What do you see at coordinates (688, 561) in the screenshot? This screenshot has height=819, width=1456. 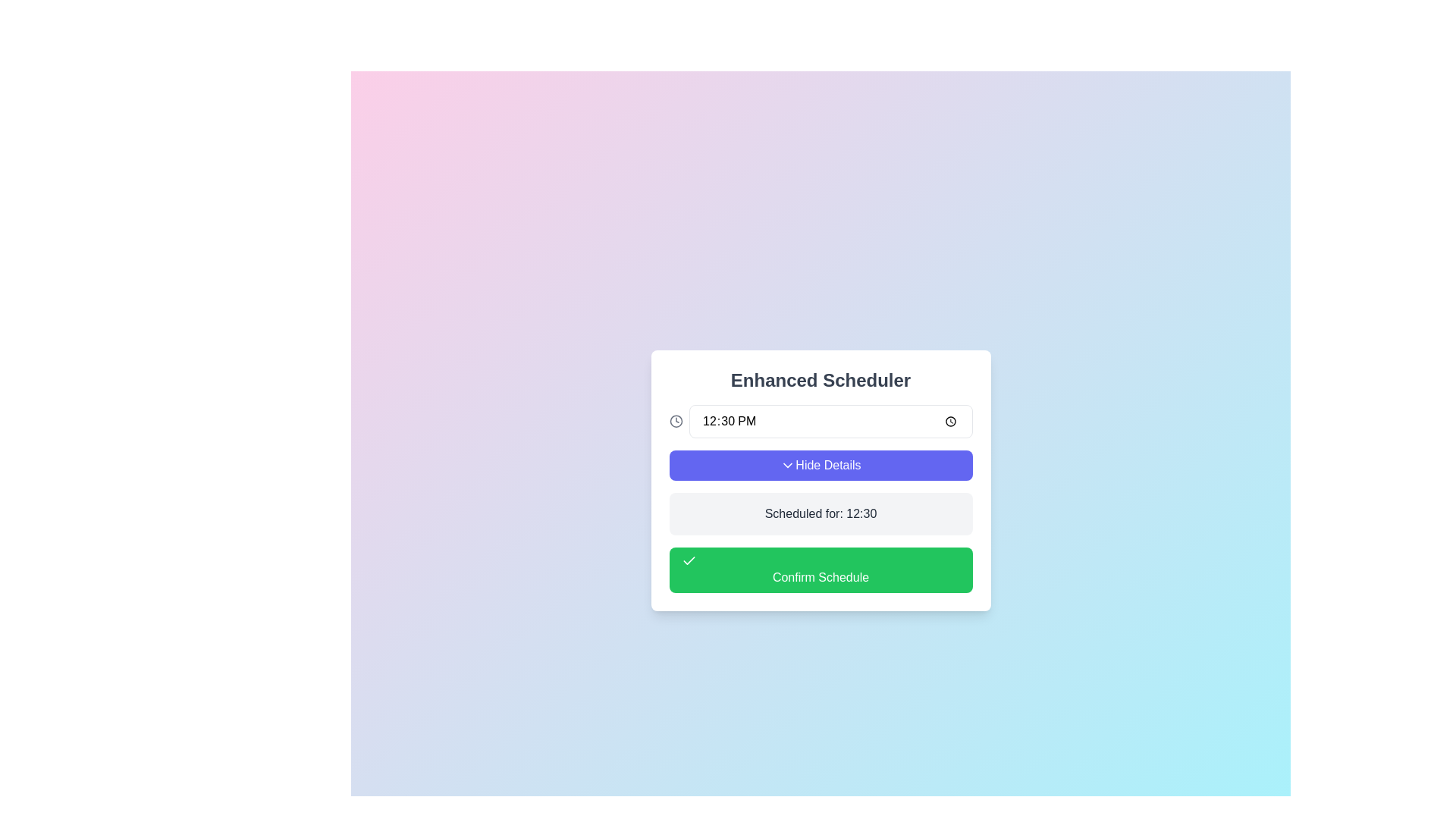 I see `the SVG checkmark icon located at the left edge of the green 'Confirm Schedule' button in the scheduling dialog` at bounding box center [688, 561].